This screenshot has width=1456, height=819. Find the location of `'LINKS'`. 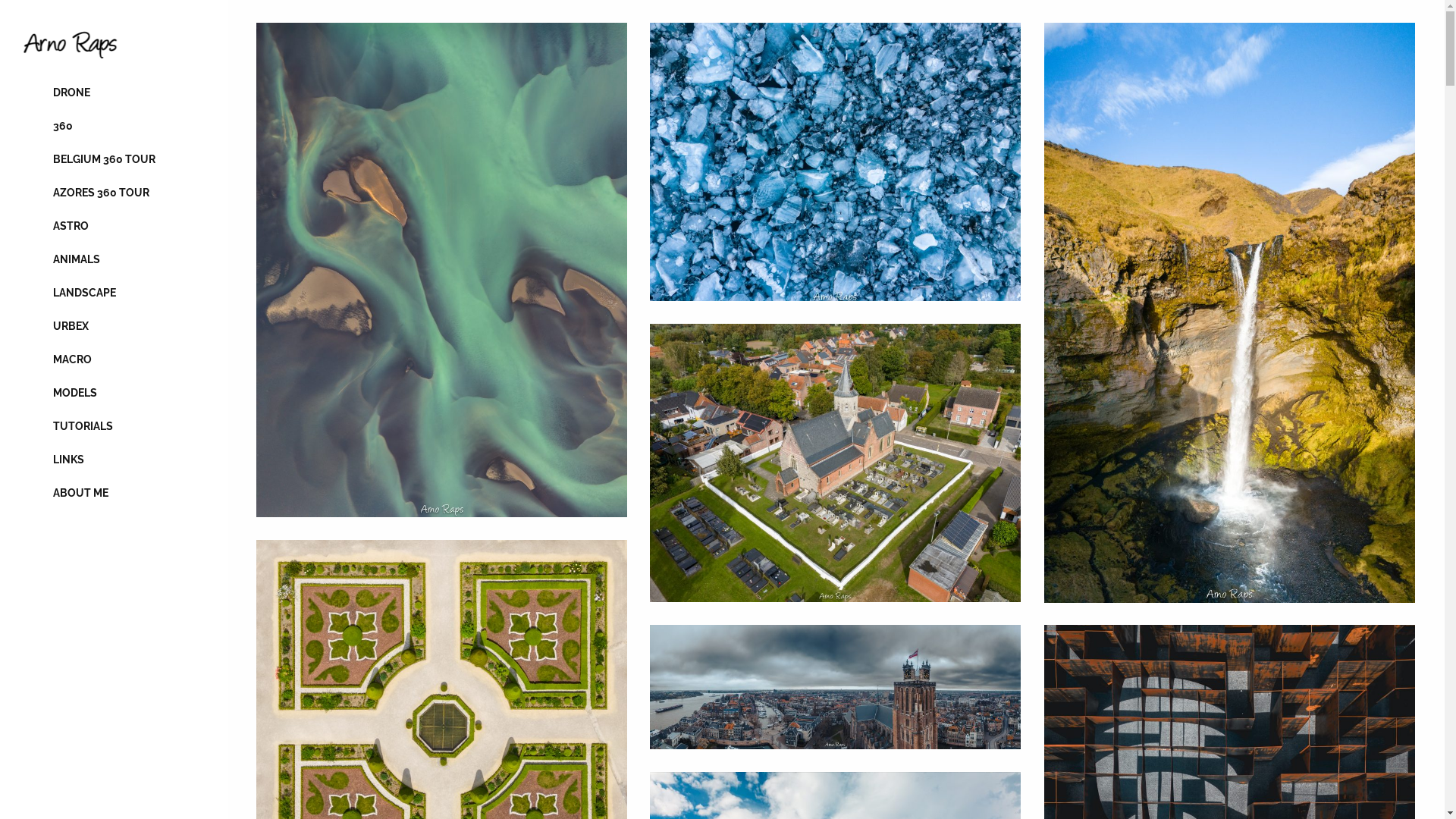

'LINKS' is located at coordinates (112, 458).